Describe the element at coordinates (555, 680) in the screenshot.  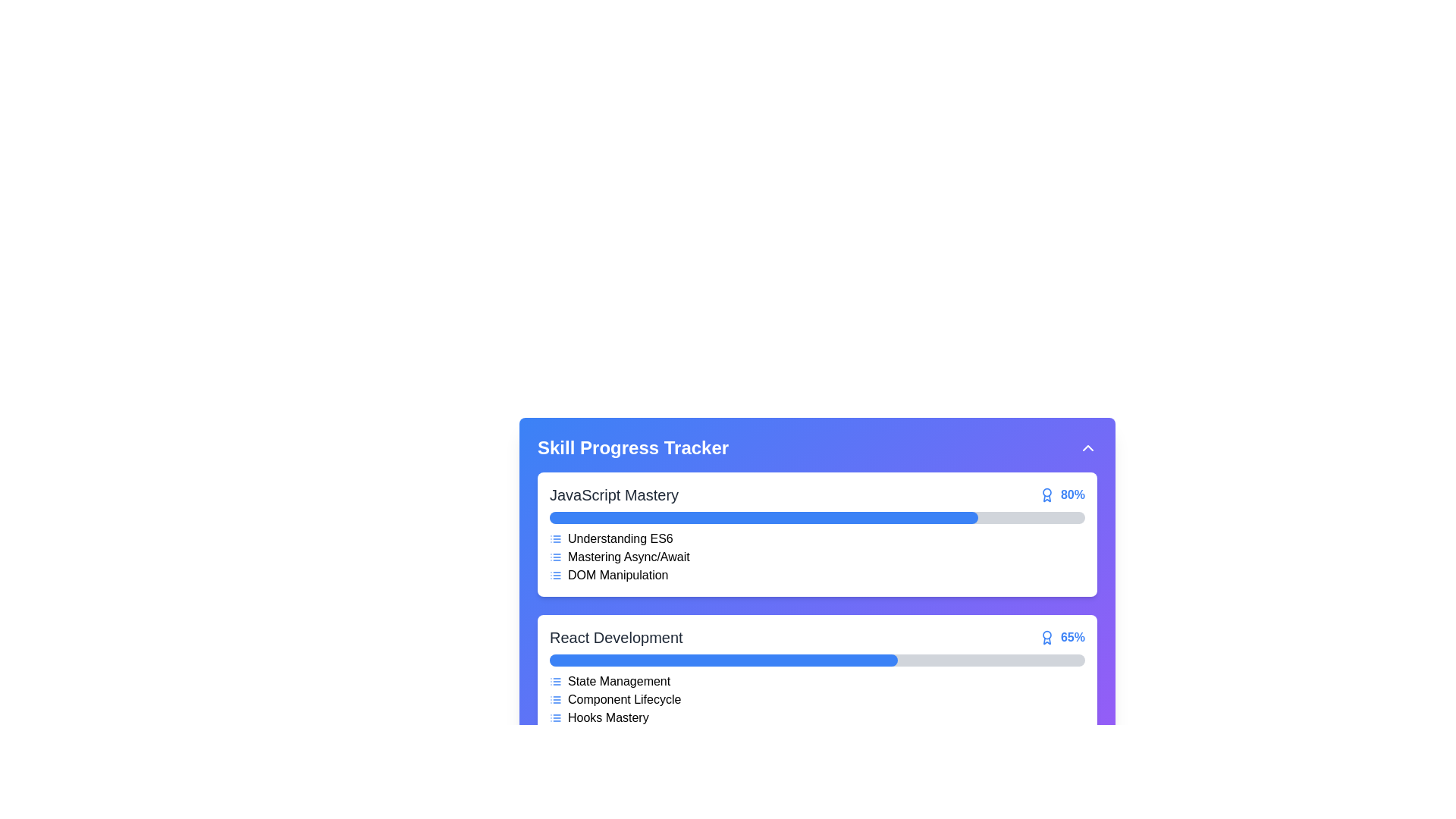
I see `the blue-colored icon resembling a list or menu located to the left of the text 'State Management' within the 'React Development' section of the progress tracker interface` at that location.